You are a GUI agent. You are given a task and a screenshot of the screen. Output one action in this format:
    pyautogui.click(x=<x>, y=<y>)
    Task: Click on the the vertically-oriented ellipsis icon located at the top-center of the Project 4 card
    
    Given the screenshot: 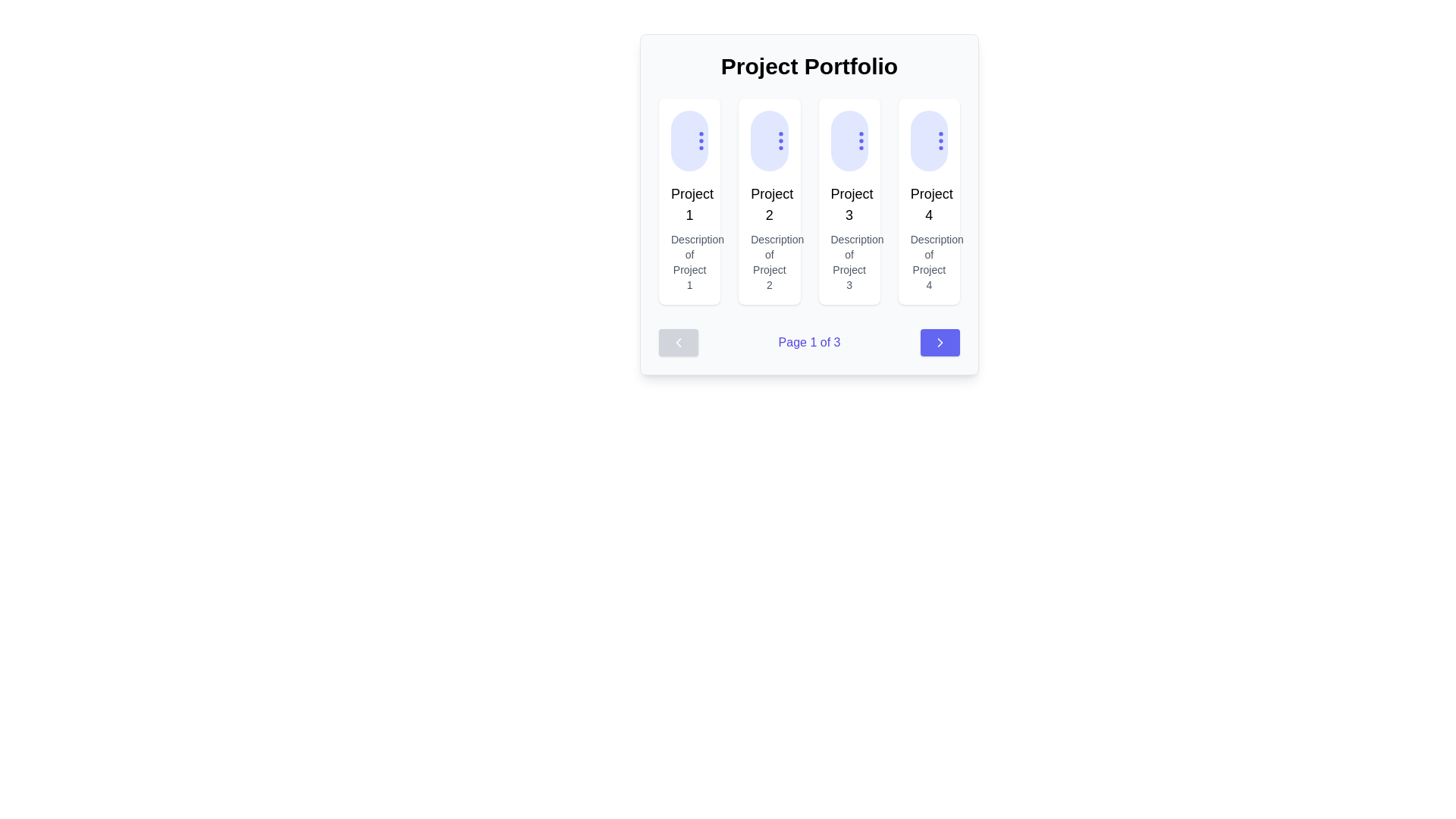 What is the action you would take?
    pyautogui.click(x=940, y=140)
    